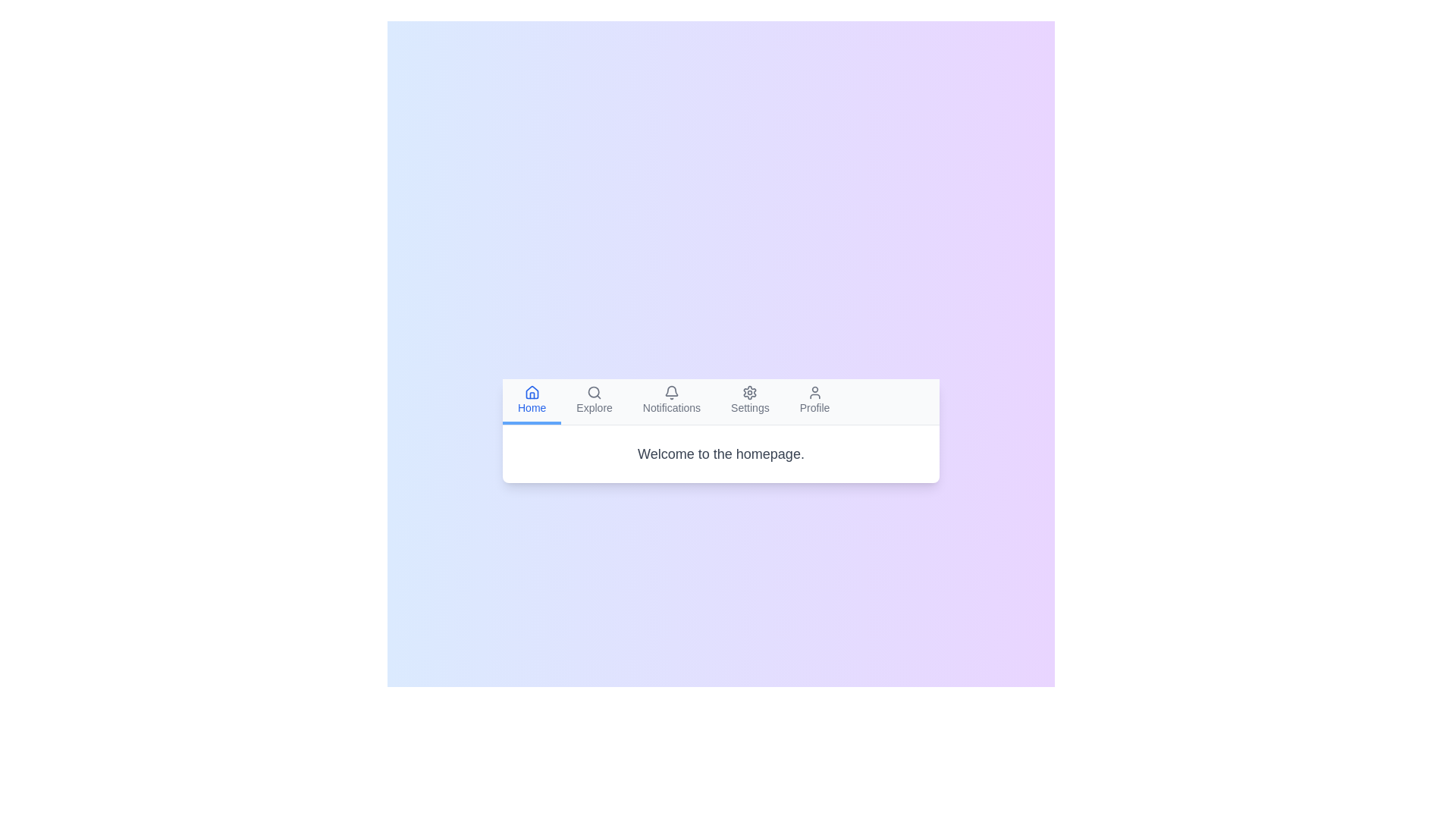 The width and height of the screenshot is (1456, 819). I want to click on the tab labeled Notifications to inspect its content, so click(671, 400).